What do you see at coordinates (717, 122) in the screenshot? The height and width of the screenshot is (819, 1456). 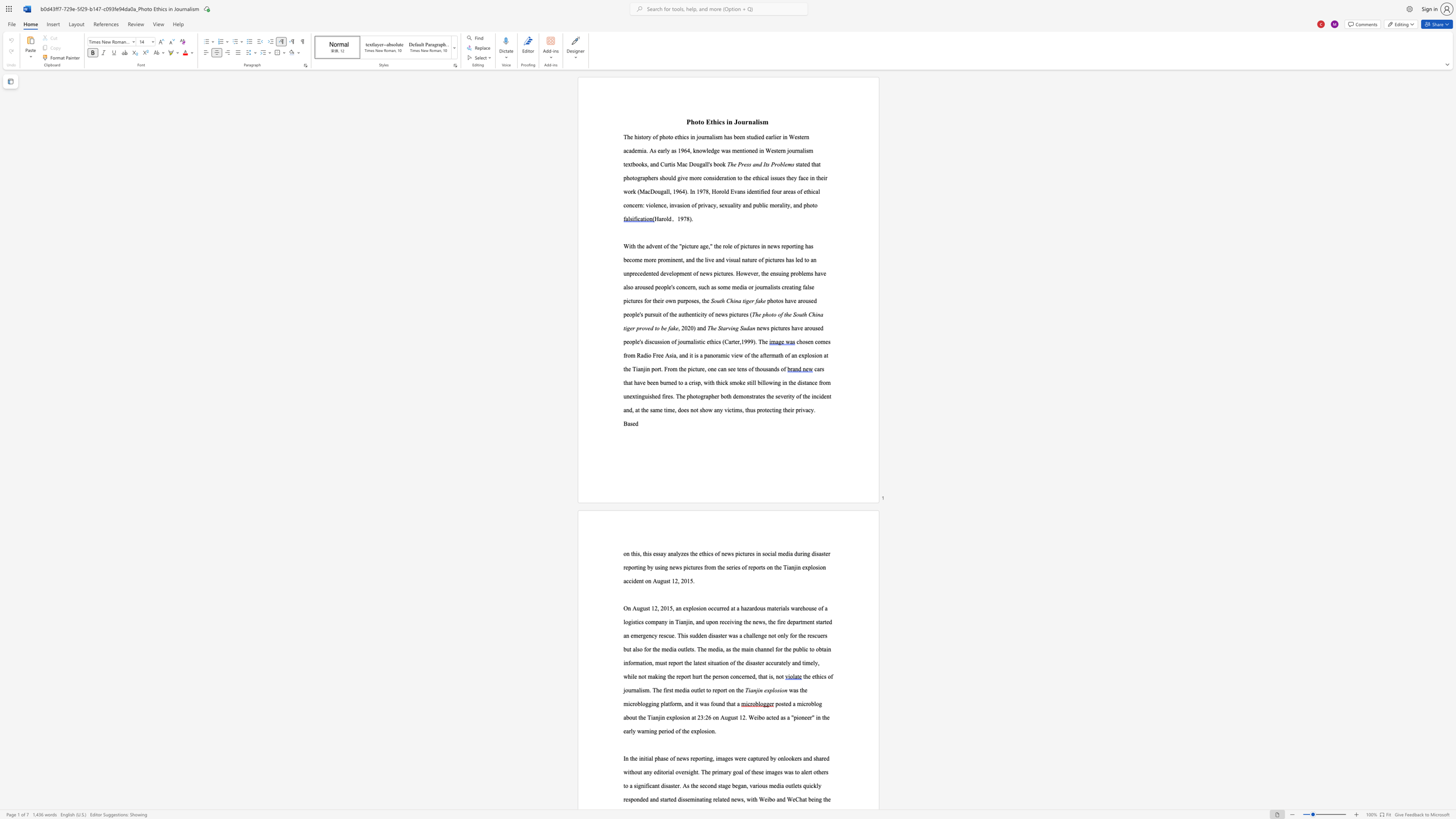 I see `the 1th character "i" in the text` at bounding box center [717, 122].